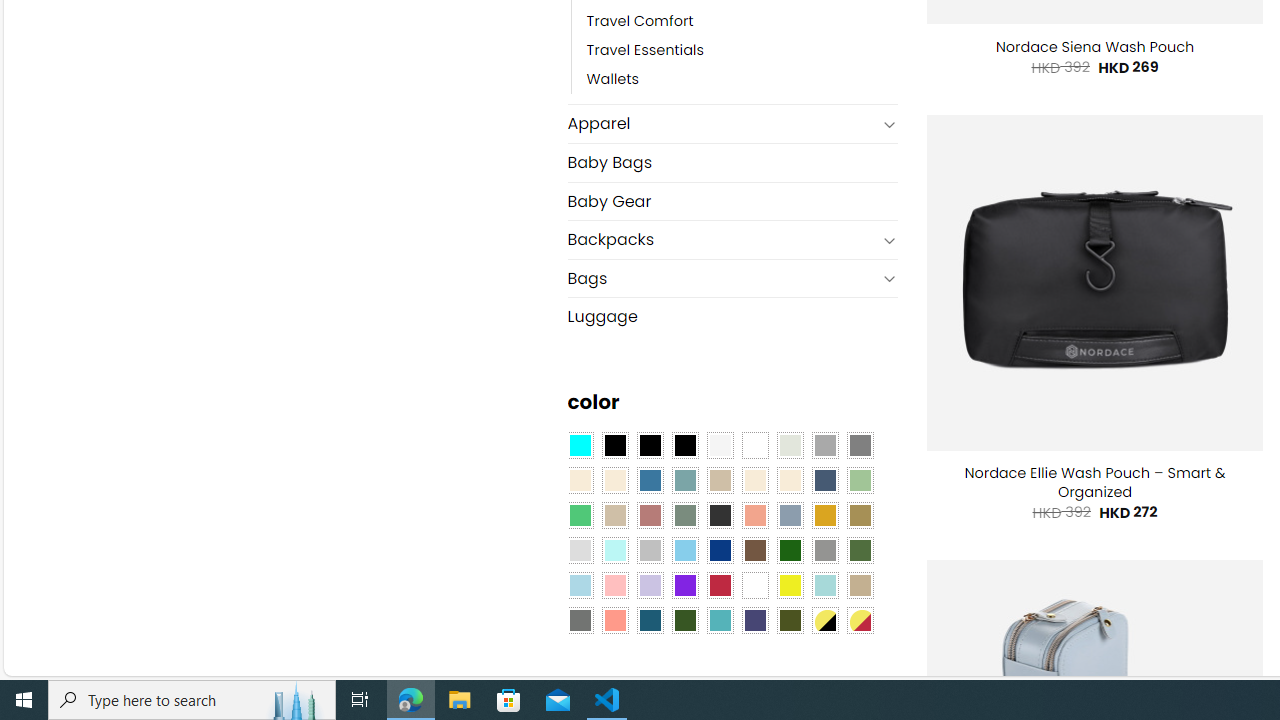 This screenshot has height=720, width=1280. I want to click on 'Blue Sage', so click(684, 480).